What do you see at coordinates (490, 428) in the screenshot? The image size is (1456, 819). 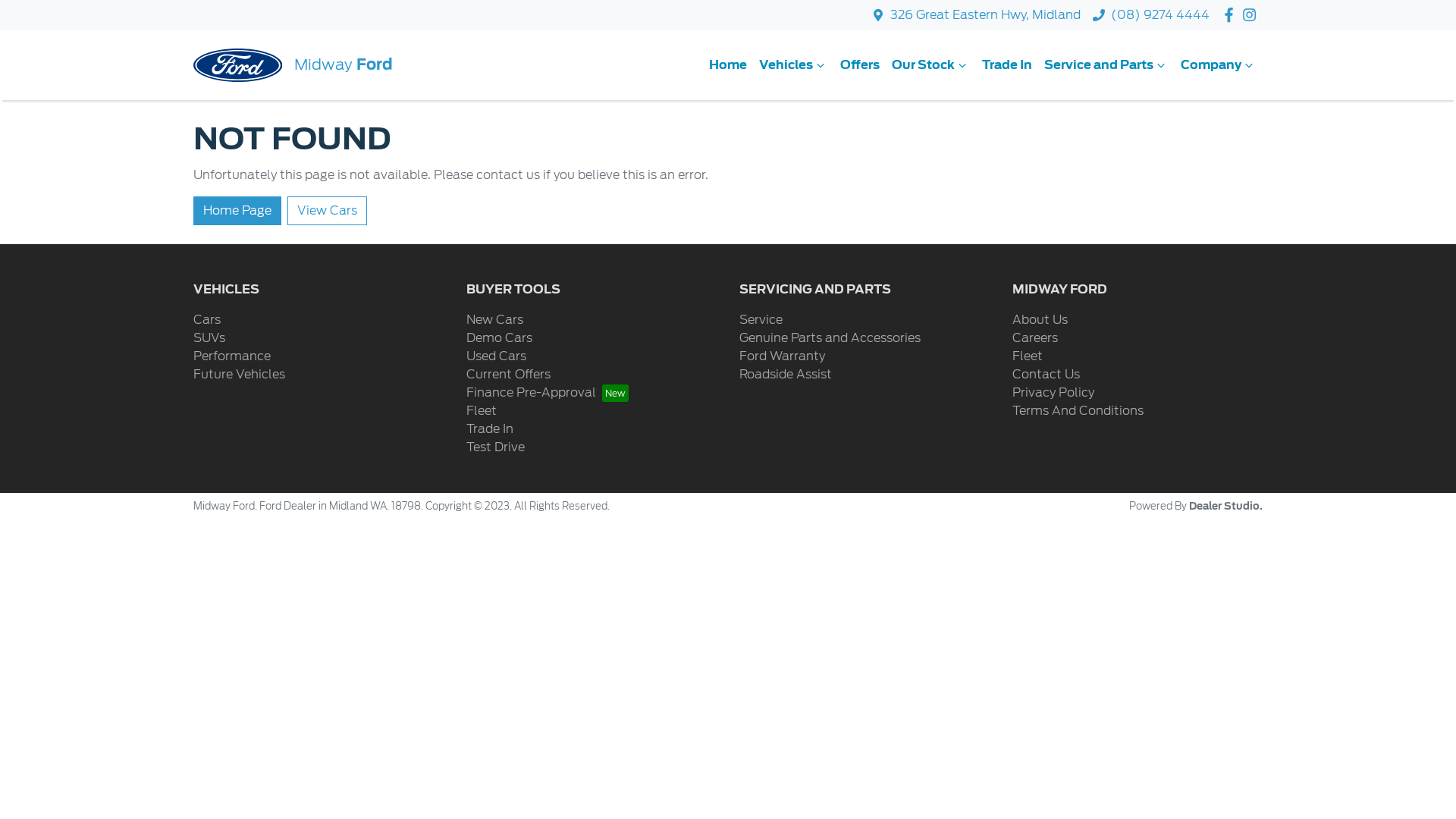 I see `'Trade In'` at bounding box center [490, 428].